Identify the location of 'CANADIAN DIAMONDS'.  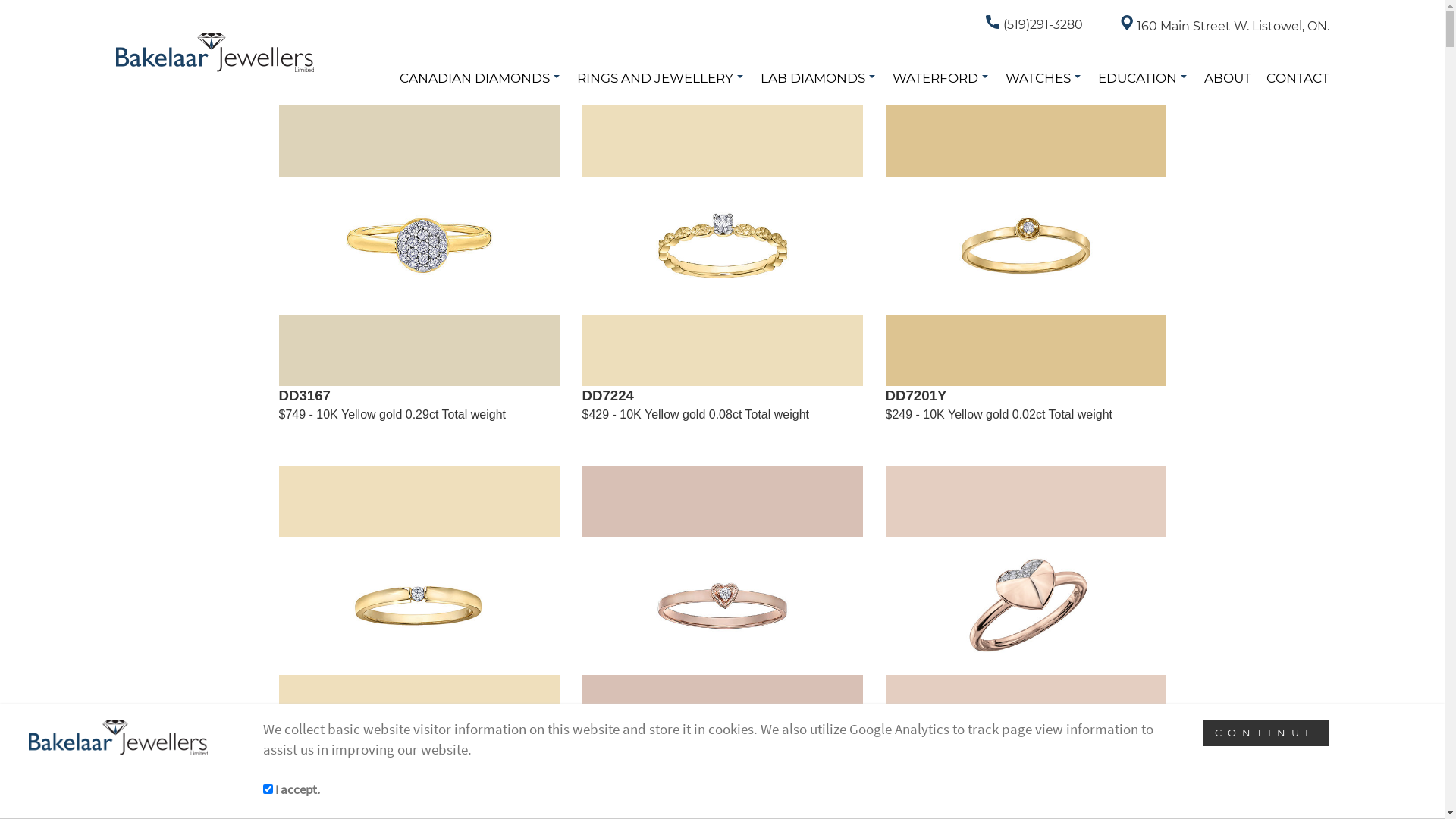
(479, 78).